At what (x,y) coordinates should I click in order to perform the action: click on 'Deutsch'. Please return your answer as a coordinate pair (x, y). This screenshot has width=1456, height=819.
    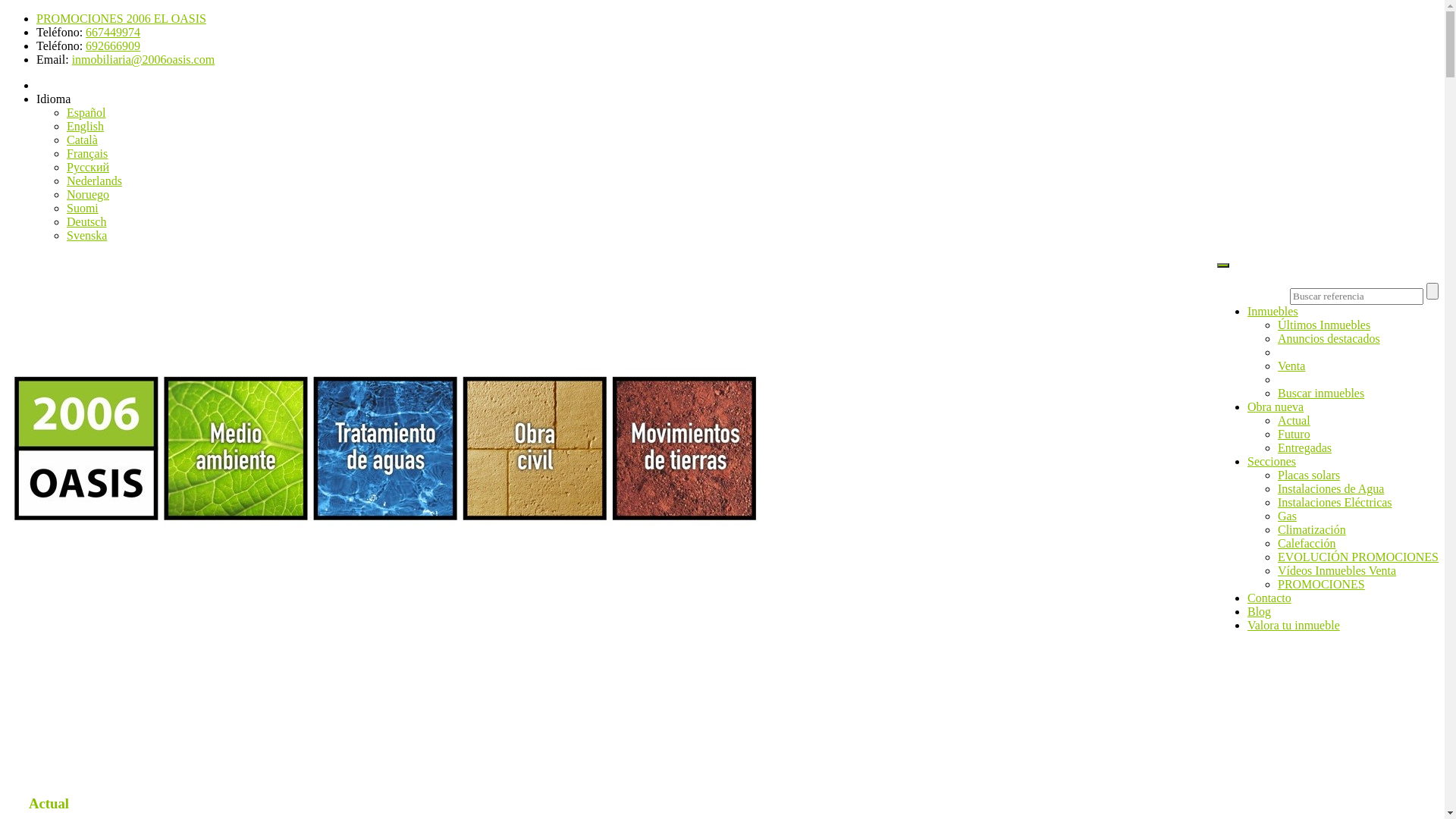
    Looking at the image, I should click on (86, 221).